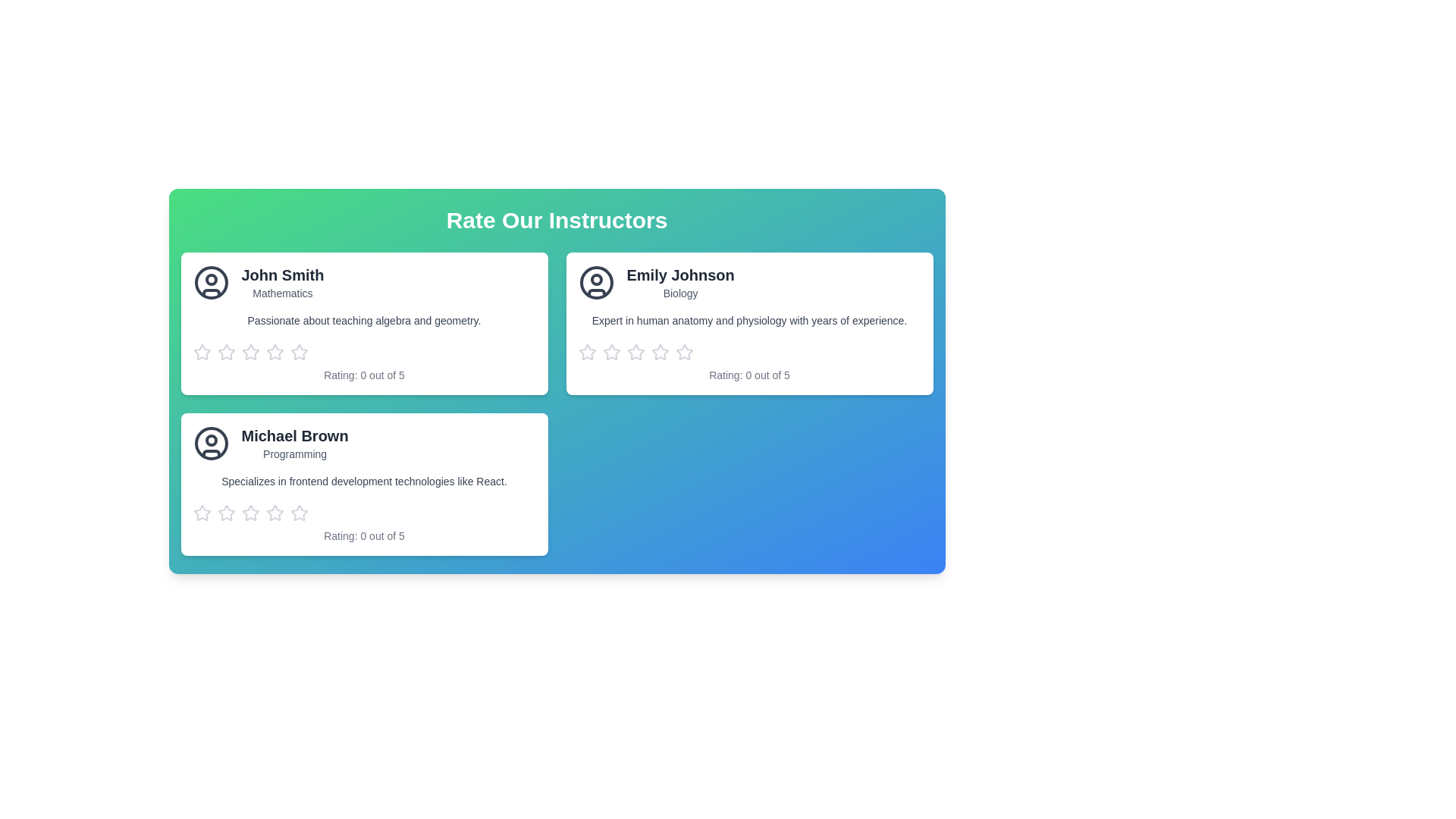 The width and height of the screenshot is (1456, 819). What do you see at coordinates (210, 283) in the screenshot?
I see `the SVG Circle representing John Smith's profile image` at bounding box center [210, 283].